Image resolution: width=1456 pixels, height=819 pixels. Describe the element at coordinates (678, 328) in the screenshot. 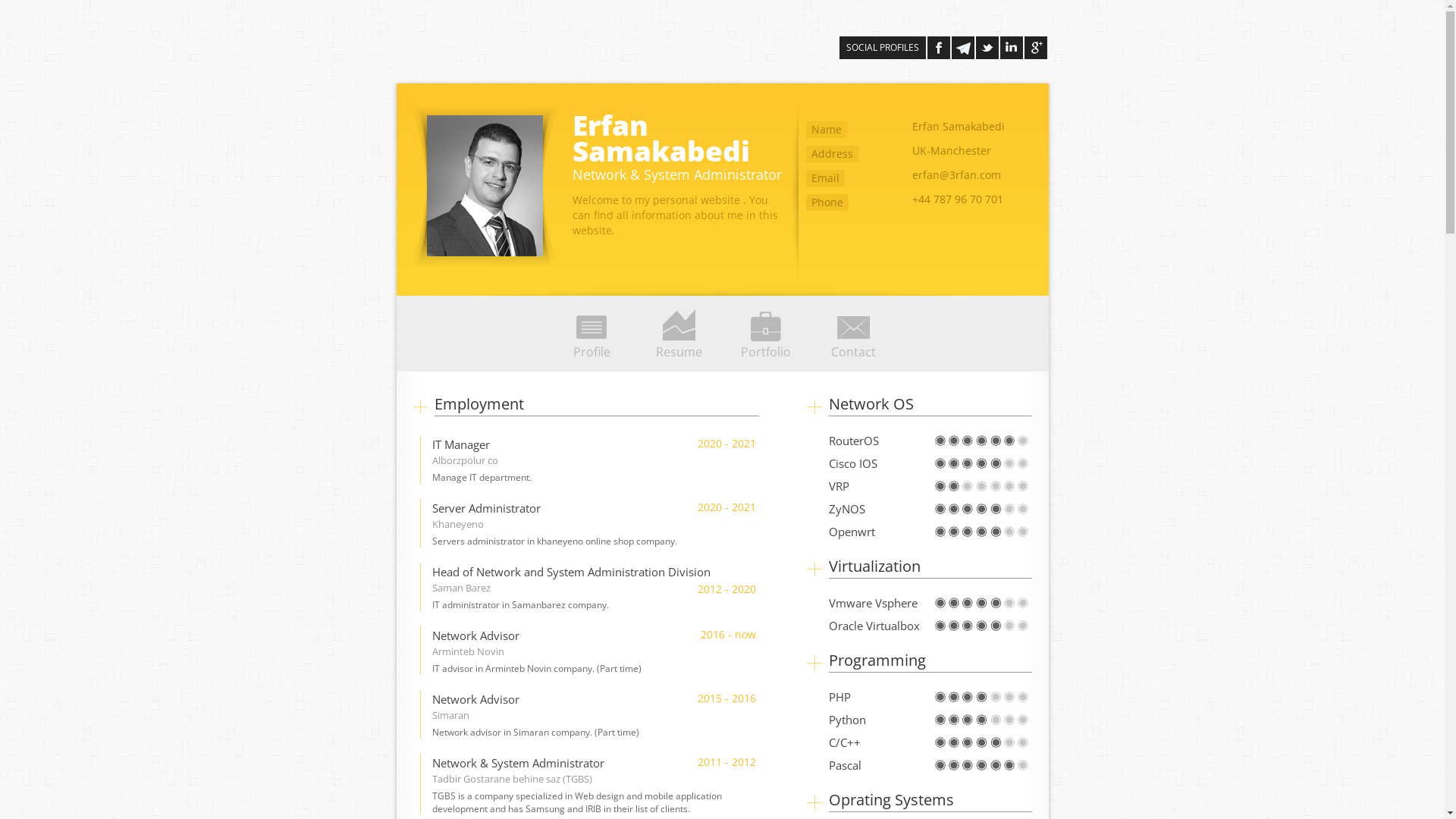

I see `'Resume'` at that location.